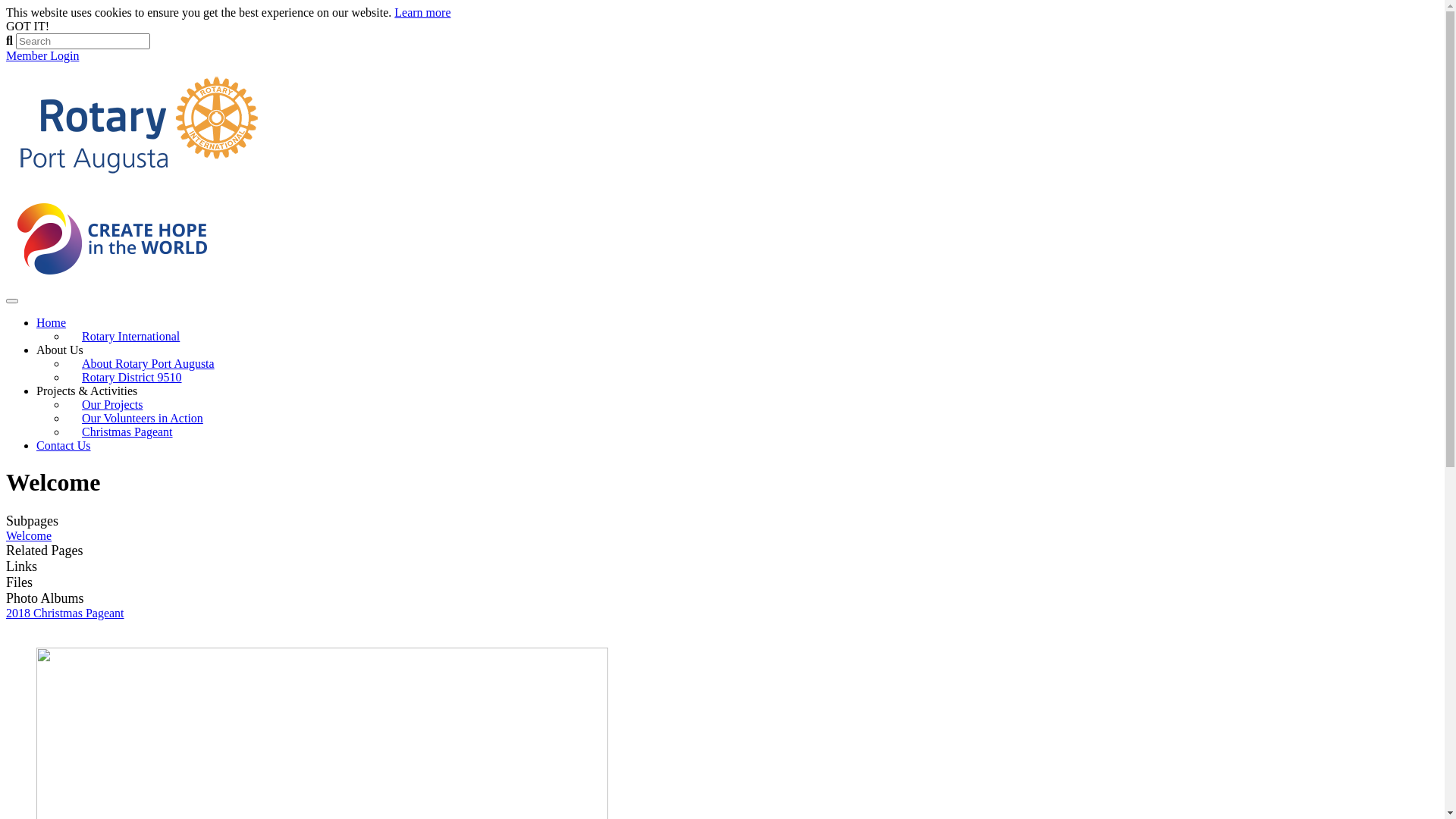 This screenshot has width=1456, height=819. Describe the element at coordinates (65, 418) in the screenshot. I see `'Our Volunteers in Action'` at that location.